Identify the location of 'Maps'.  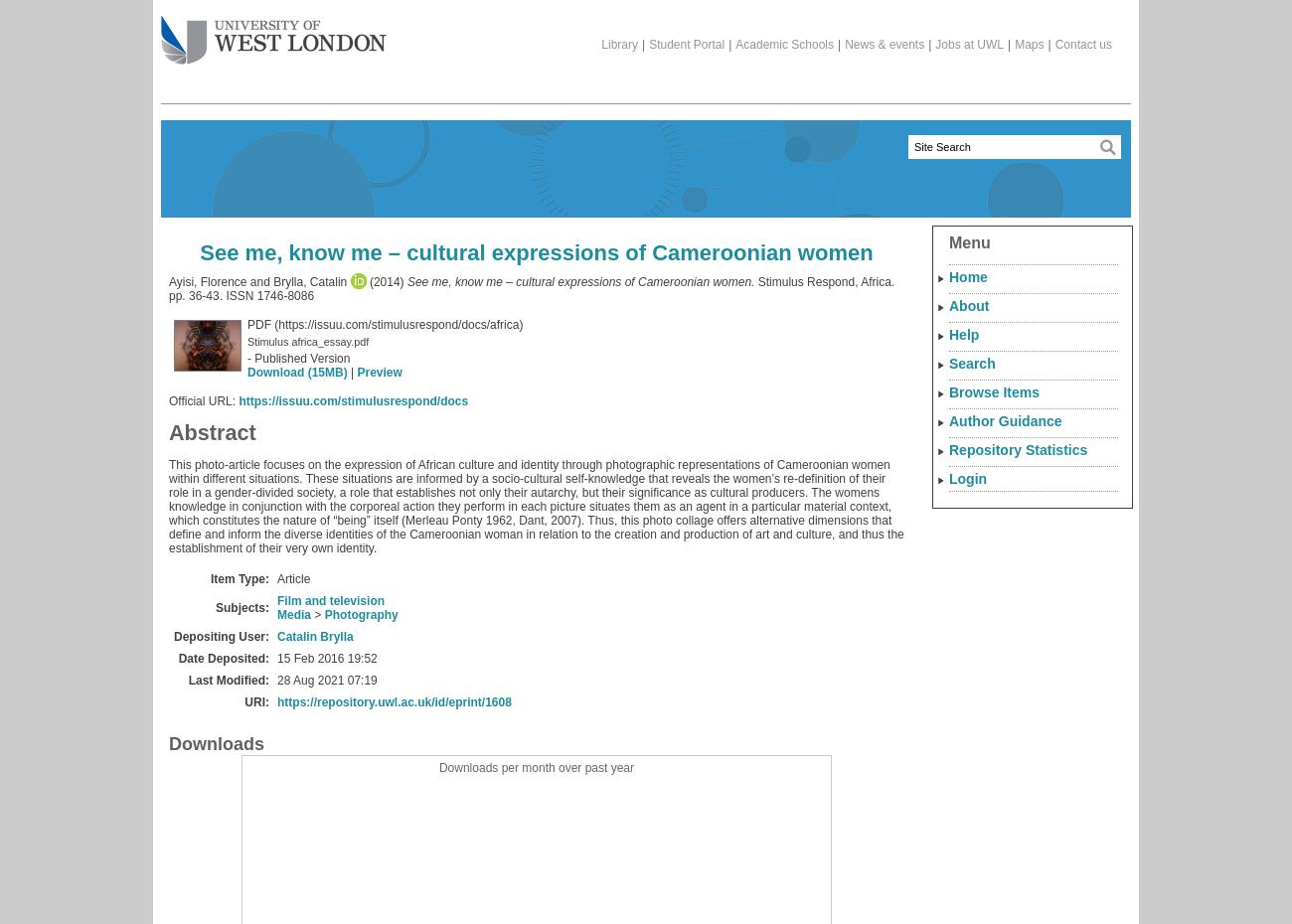
(1029, 44).